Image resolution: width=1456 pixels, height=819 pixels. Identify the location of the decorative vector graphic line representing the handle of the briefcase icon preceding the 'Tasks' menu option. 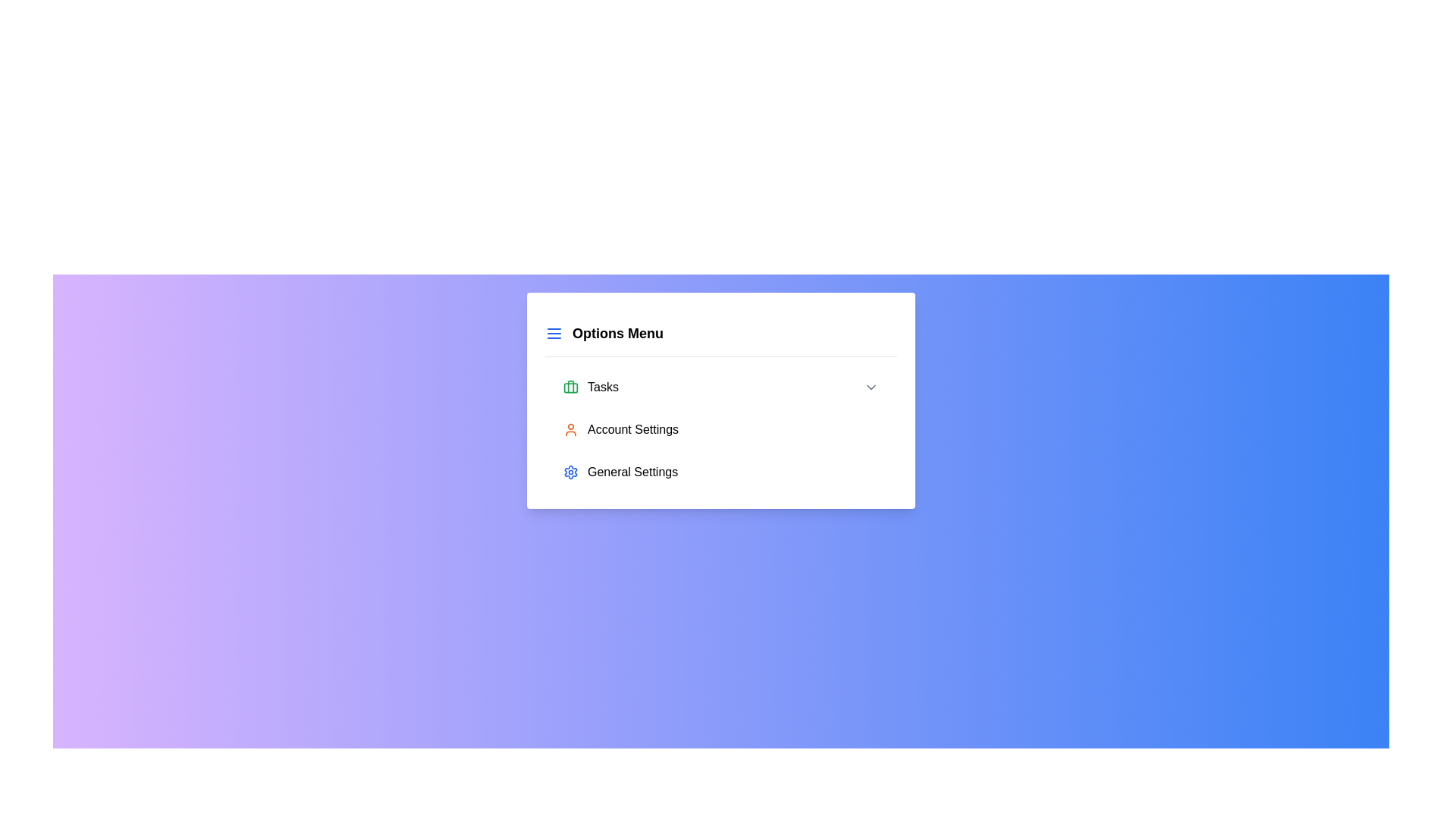
(570, 385).